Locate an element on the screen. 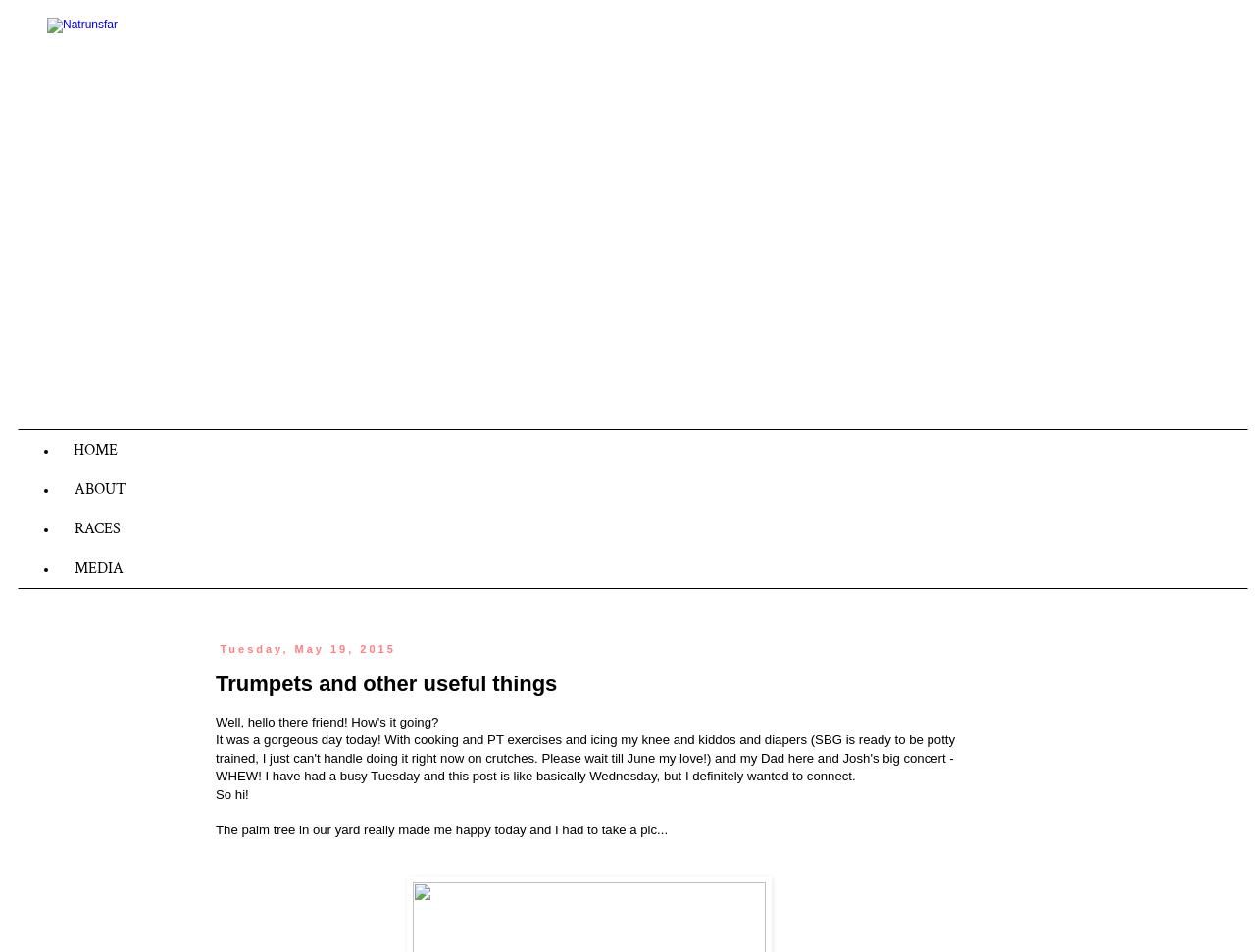 The image size is (1258, 952). 'Trumpets and other useful things' is located at coordinates (385, 683).